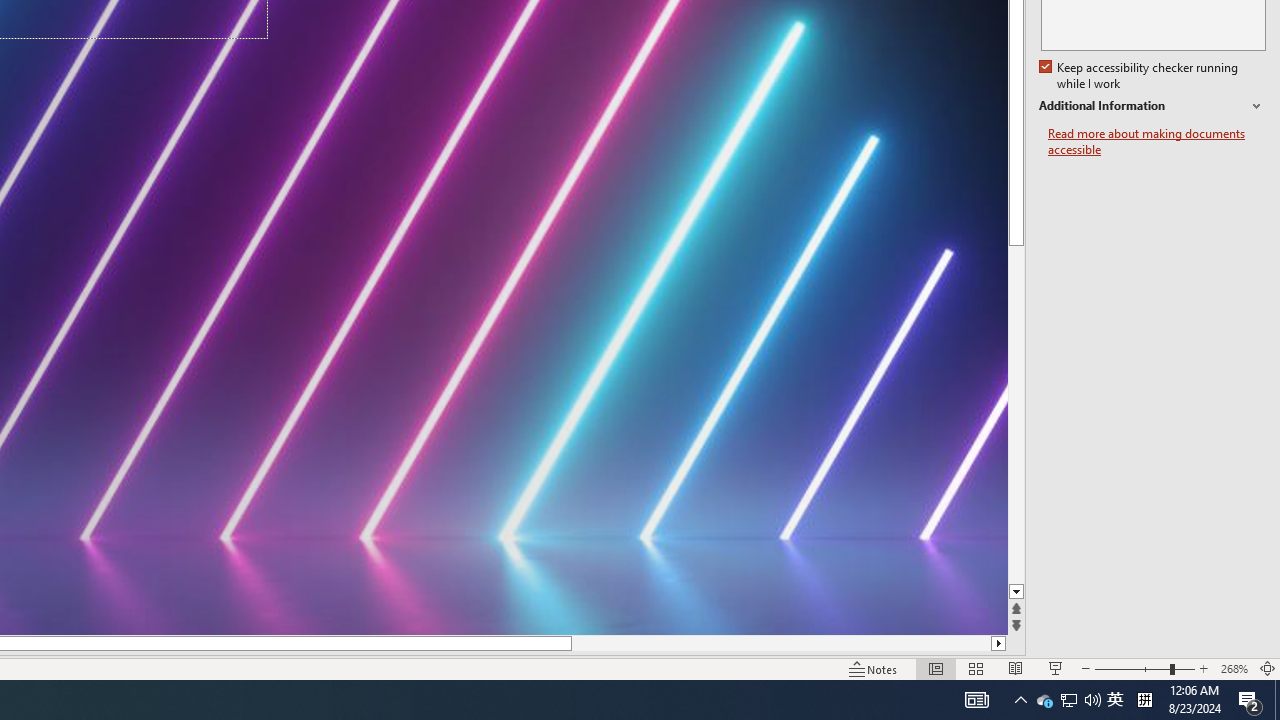  Describe the element at coordinates (1132, 669) in the screenshot. I see `'Zoom Out'` at that location.